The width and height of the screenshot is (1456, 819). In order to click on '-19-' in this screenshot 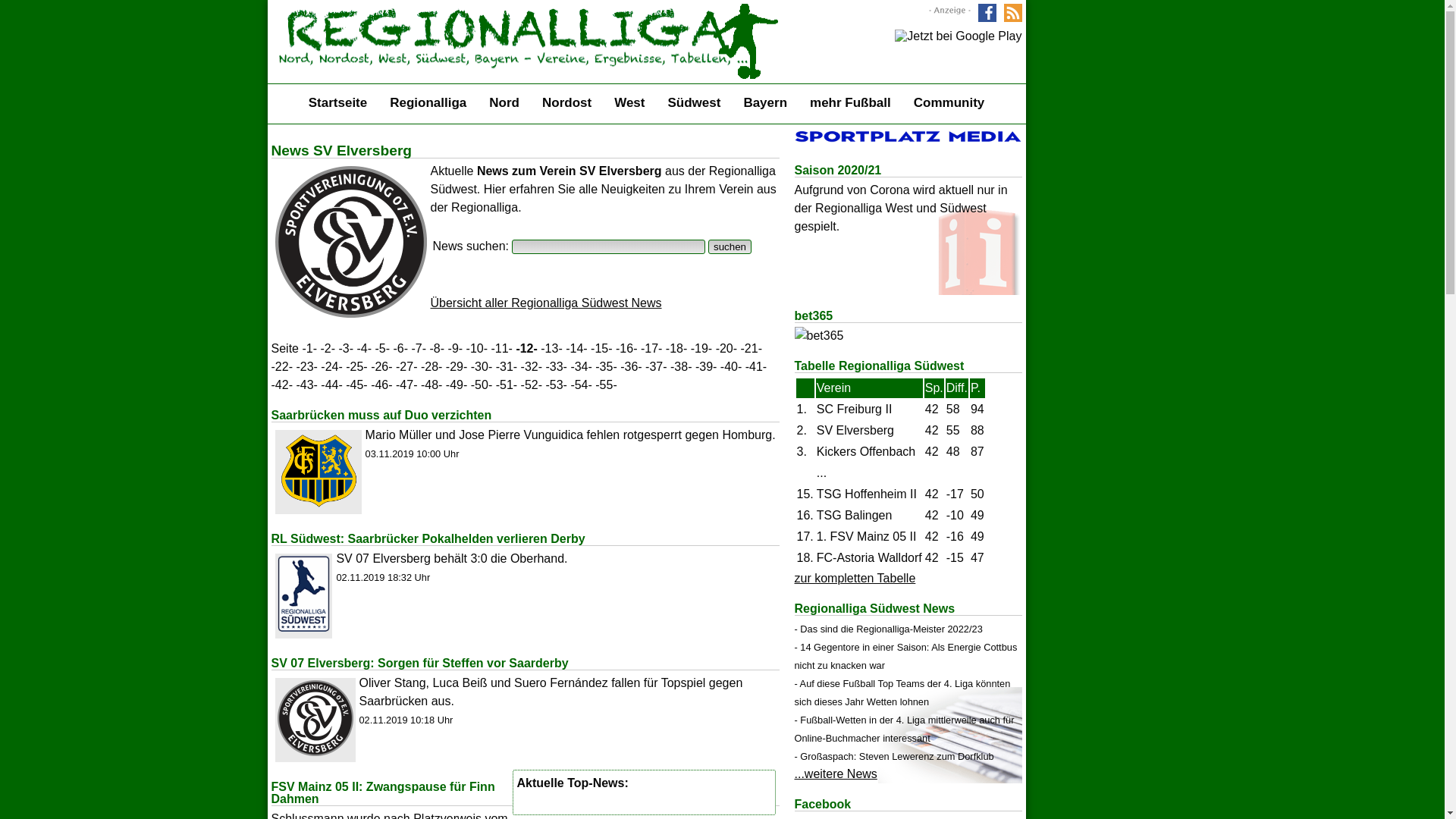, I will do `click(690, 348)`.